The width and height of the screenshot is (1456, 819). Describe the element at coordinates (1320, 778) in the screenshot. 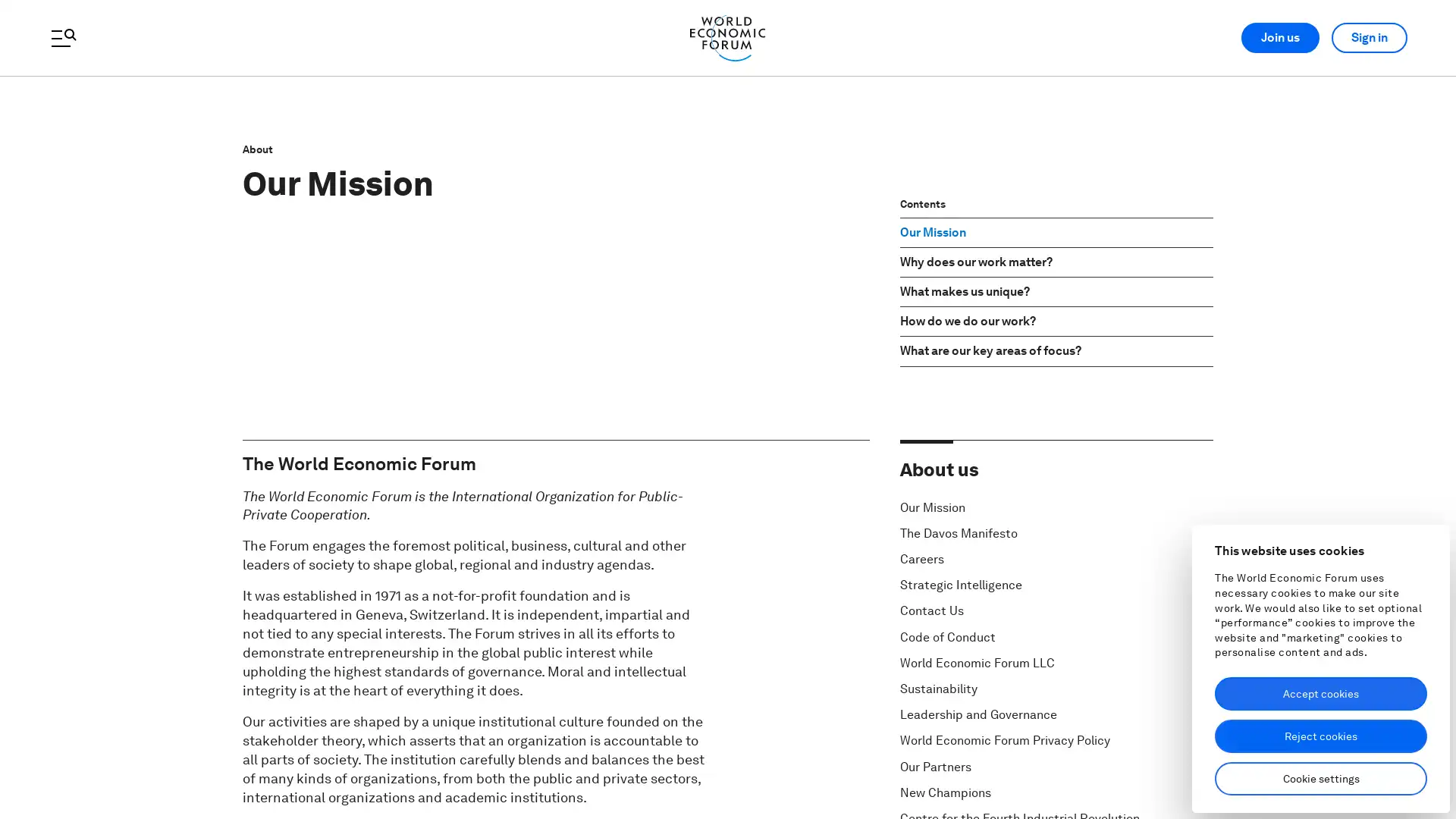

I see `Cookie settings` at that location.